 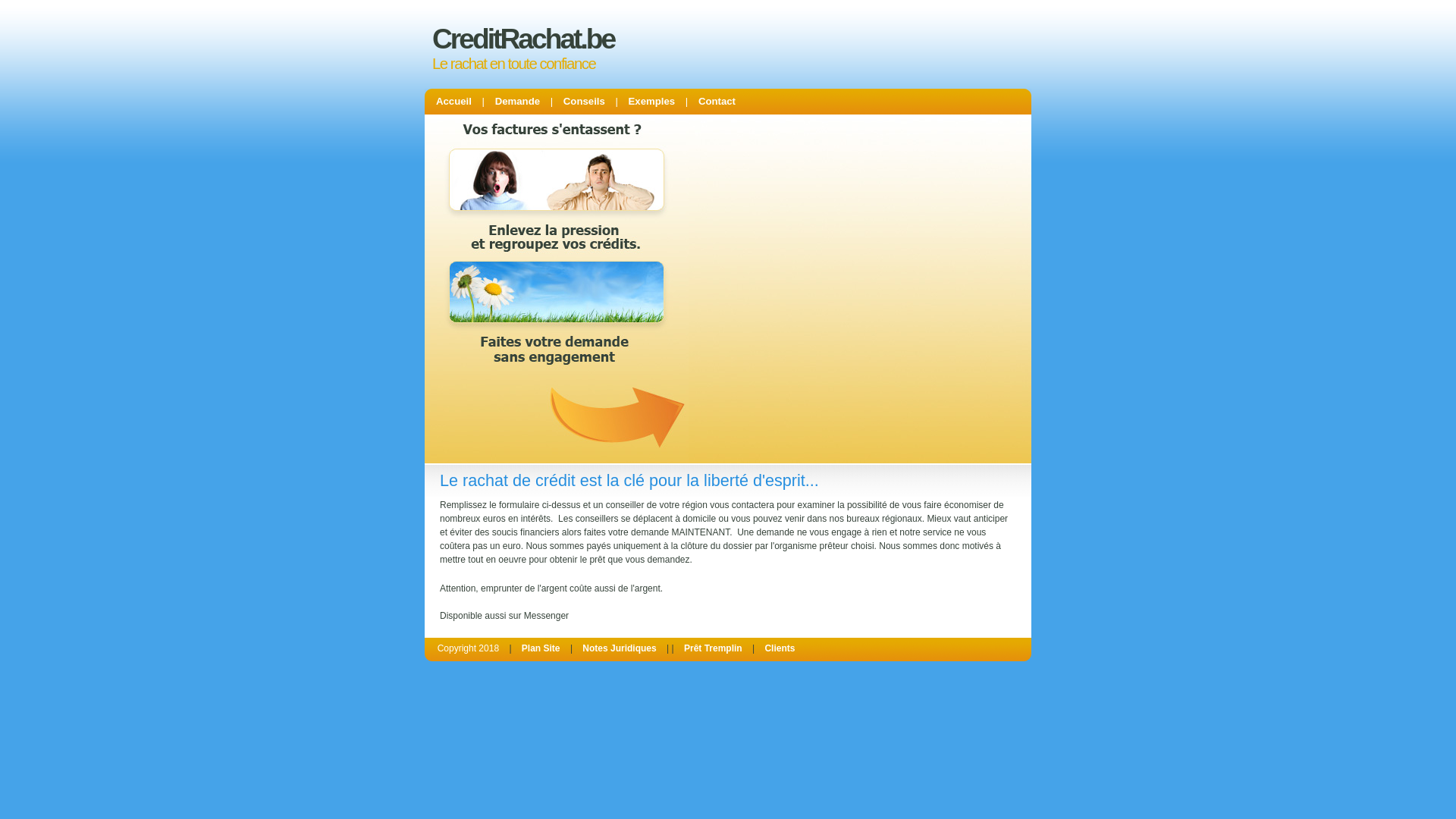 What do you see at coordinates (619, 648) in the screenshot?
I see `'Notes Juridiques'` at bounding box center [619, 648].